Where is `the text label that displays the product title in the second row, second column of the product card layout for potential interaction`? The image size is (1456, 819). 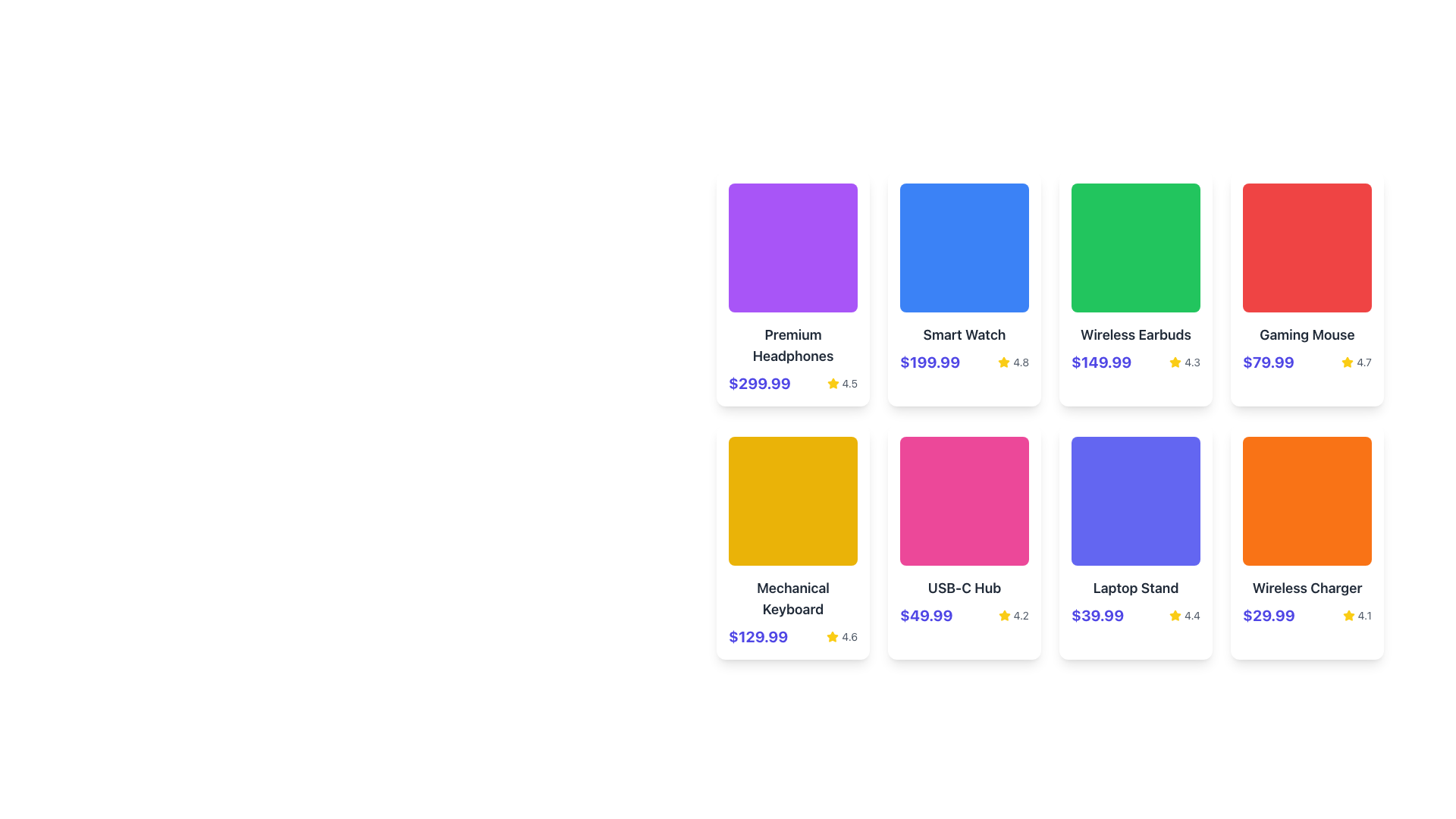
the text label that displays the product title in the second row, second column of the product card layout for potential interaction is located at coordinates (964, 587).